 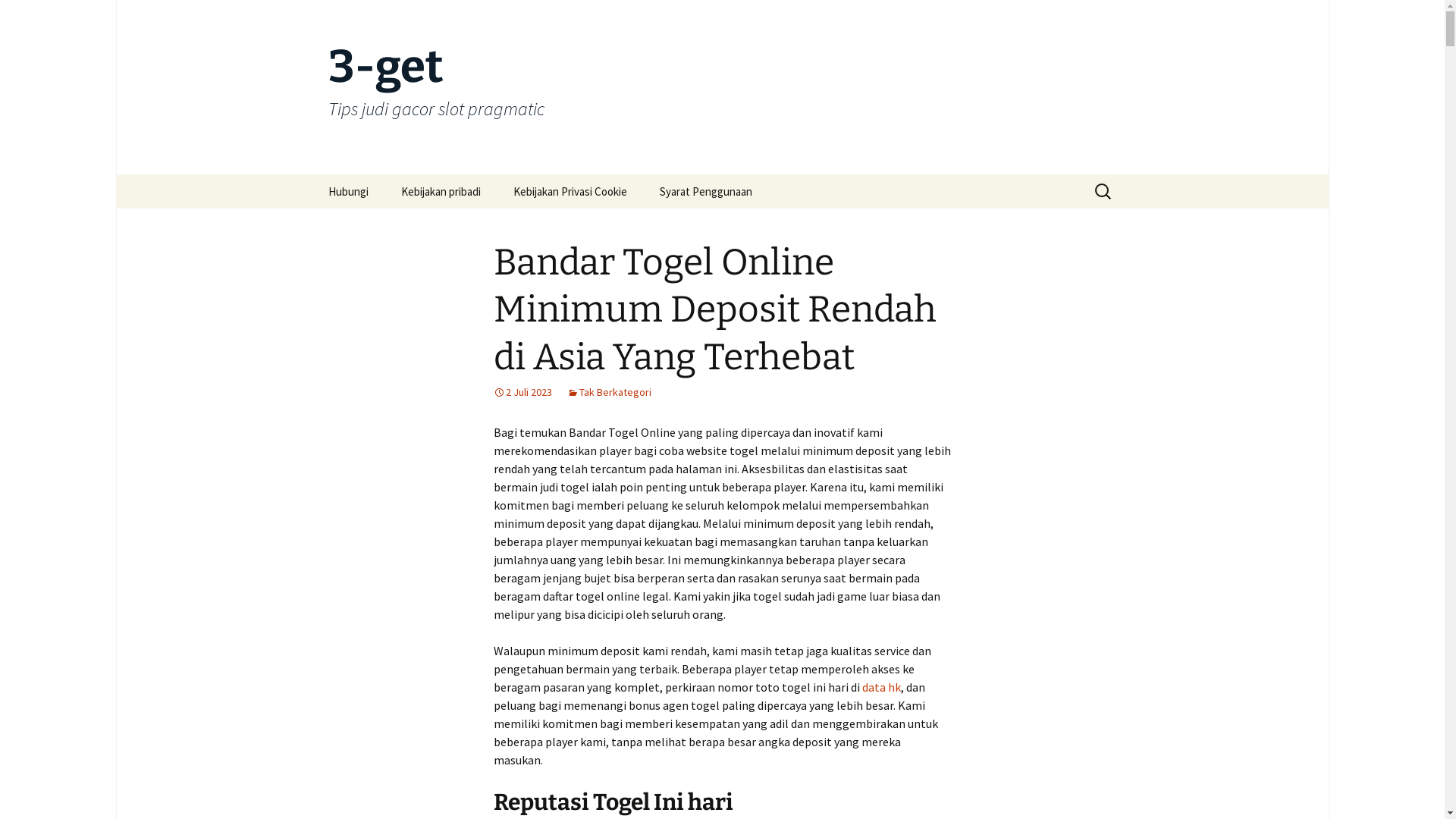 I want to click on 'Tak Berkategori', so click(x=609, y=391).